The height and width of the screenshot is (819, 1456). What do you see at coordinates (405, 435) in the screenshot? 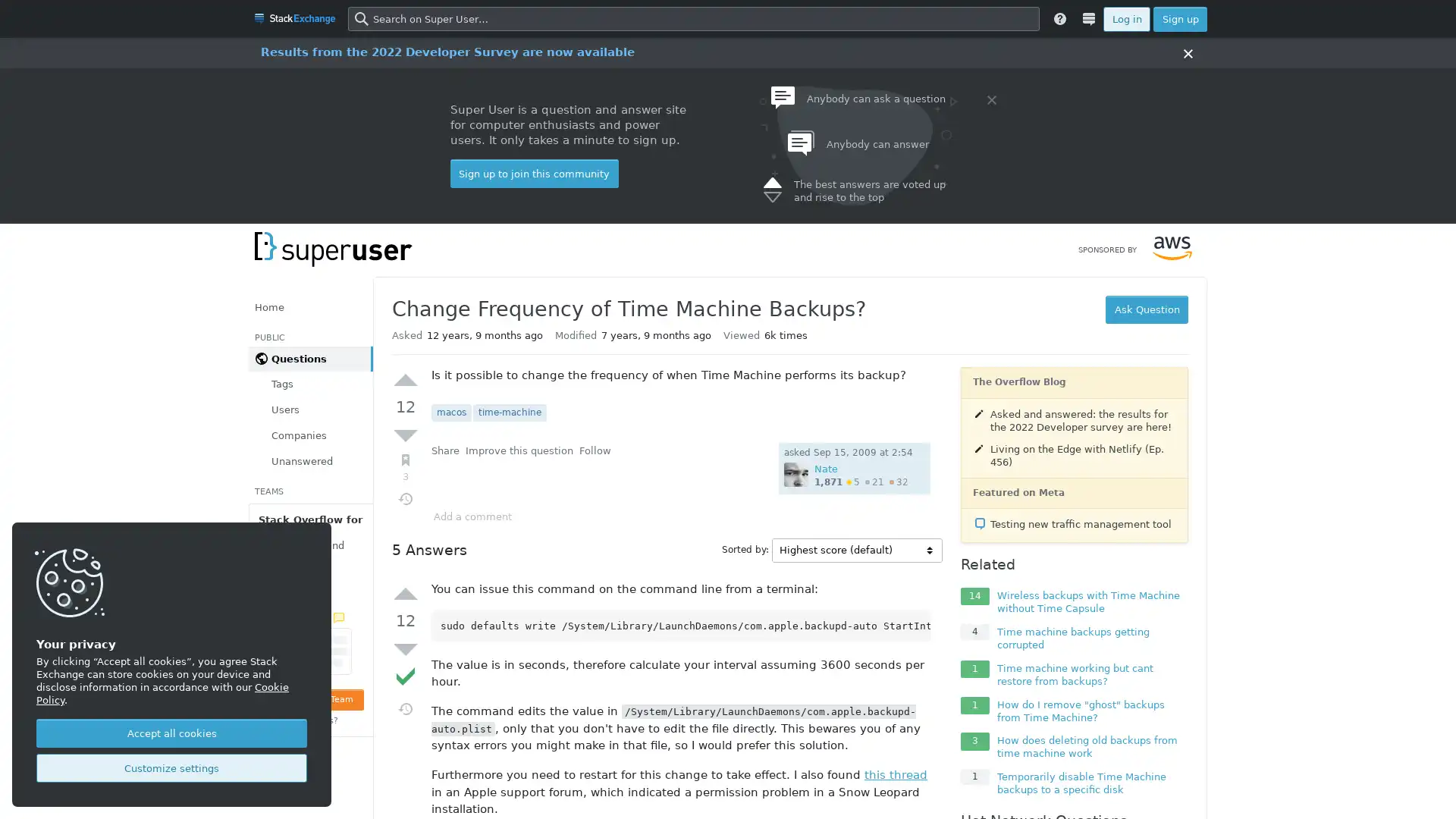
I see `Down vote` at bounding box center [405, 435].